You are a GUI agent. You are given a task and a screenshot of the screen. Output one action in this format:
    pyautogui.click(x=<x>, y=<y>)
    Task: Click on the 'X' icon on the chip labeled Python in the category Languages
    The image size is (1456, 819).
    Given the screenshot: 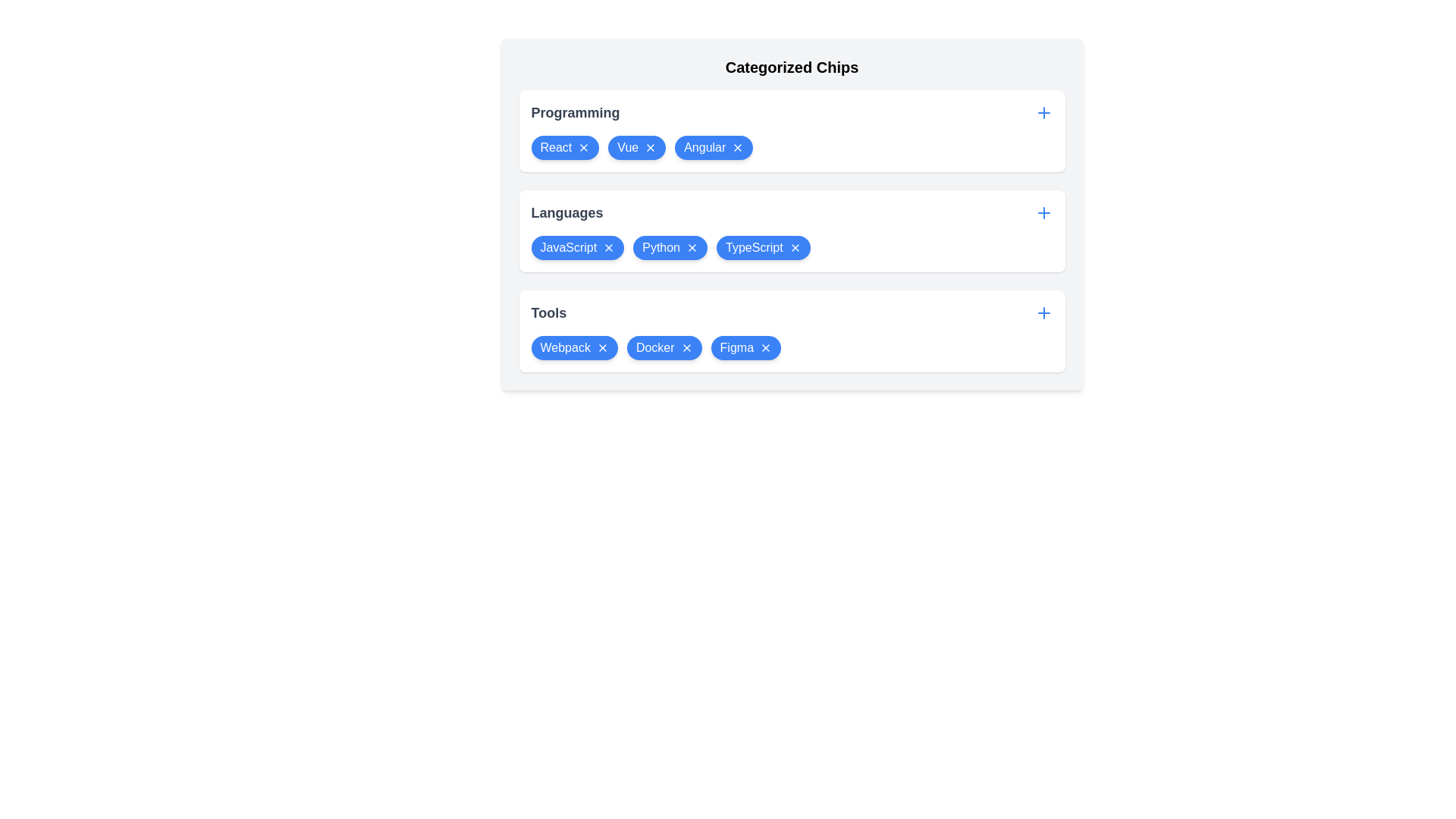 What is the action you would take?
    pyautogui.click(x=691, y=247)
    